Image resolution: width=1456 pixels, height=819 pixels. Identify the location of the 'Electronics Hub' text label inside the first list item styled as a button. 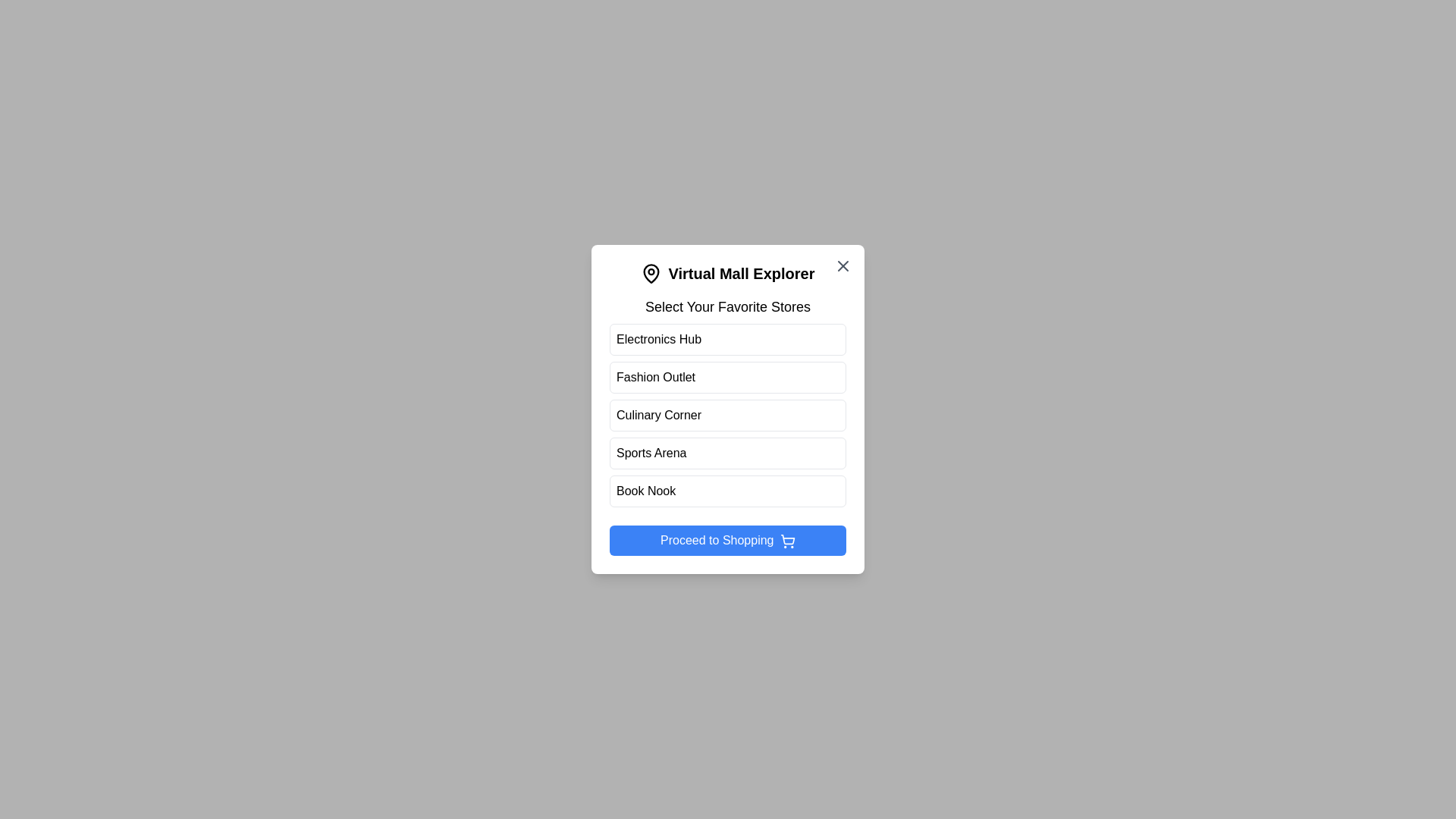
(658, 338).